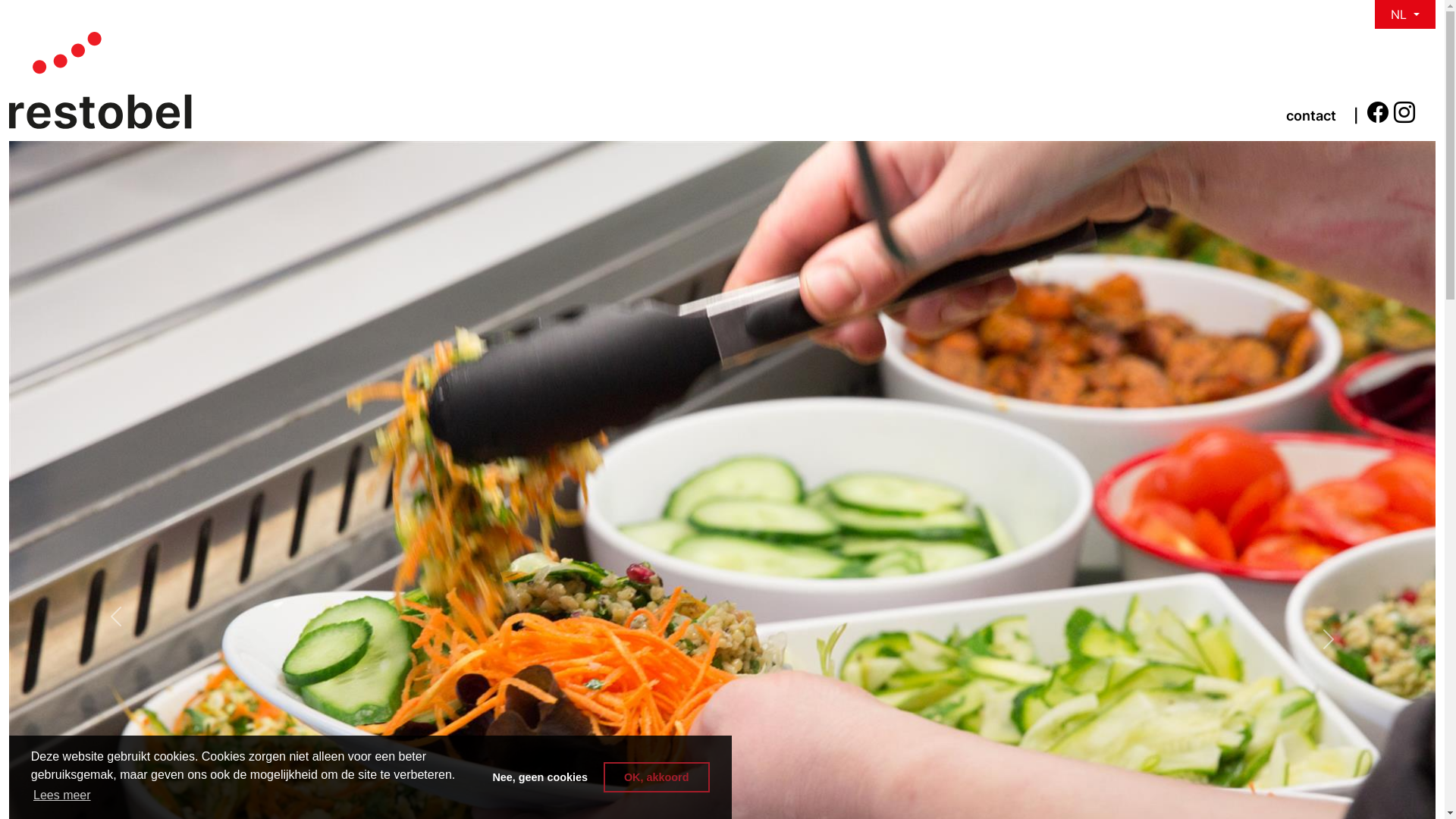 The height and width of the screenshot is (819, 1456). Describe the element at coordinates (656, 777) in the screenshot. I see `'OK, akkoord'` at that location.